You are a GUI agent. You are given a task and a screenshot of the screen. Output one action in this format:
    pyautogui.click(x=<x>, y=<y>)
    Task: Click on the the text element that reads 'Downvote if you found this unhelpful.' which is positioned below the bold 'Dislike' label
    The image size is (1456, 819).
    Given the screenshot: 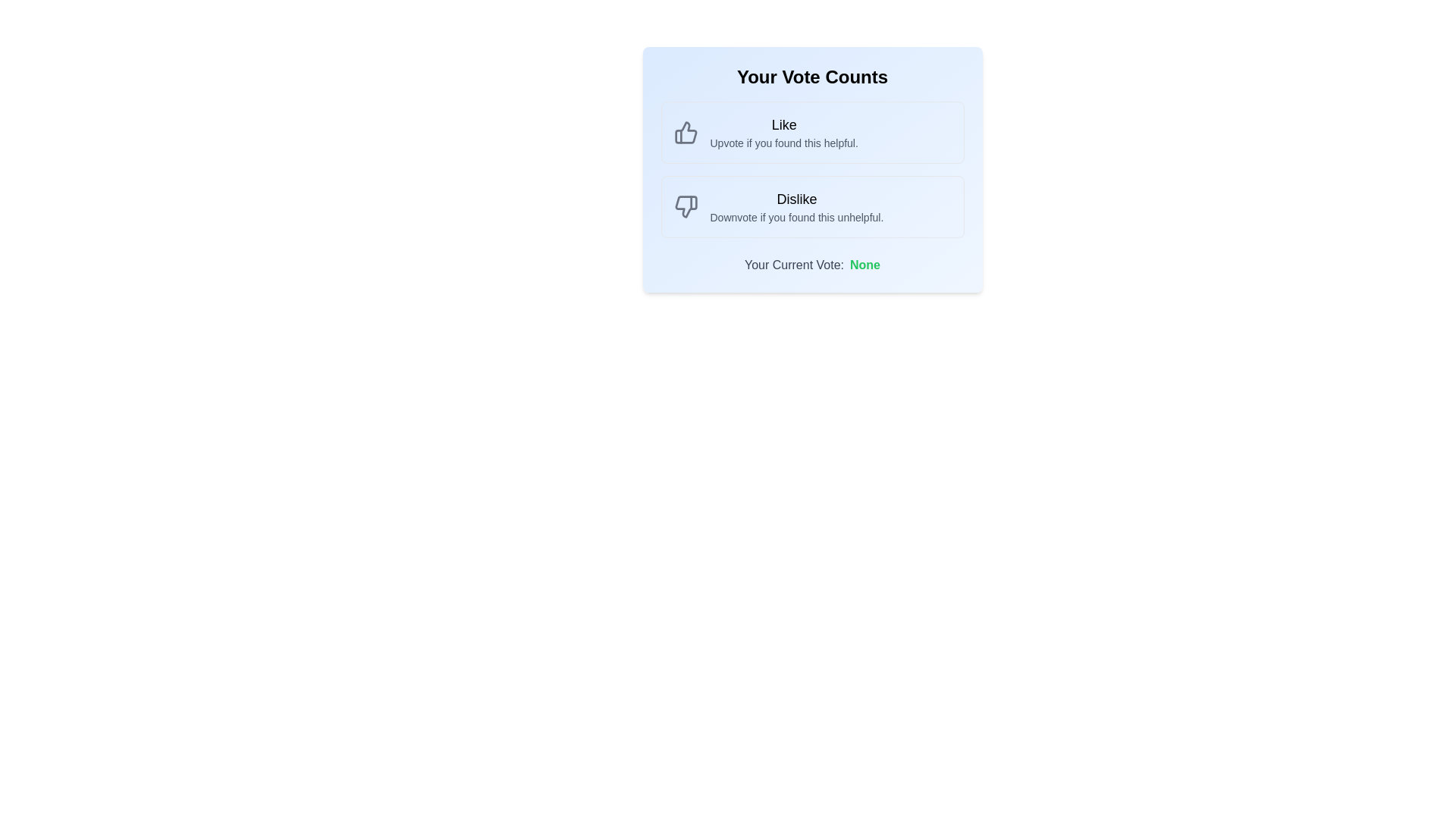 What is the action you would take?
    pyautogui.click(x=795, y=217)
    